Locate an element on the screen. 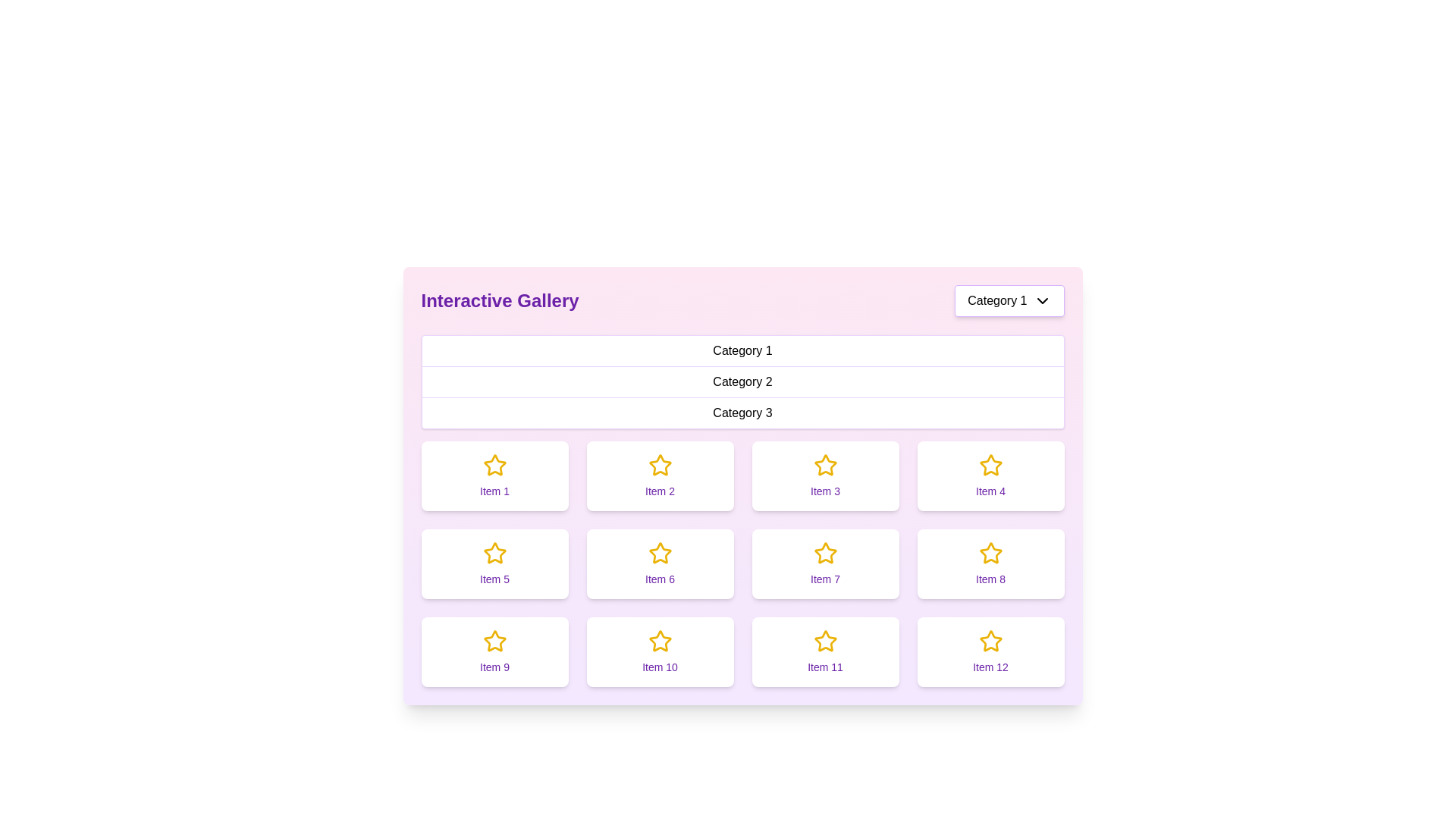 This screenshot has width=1456, height=819. the card containing the text 'Item 5' and a yellow star icon, which is located in the second row, first column of the grid layout is located at coordinates (494, 564).